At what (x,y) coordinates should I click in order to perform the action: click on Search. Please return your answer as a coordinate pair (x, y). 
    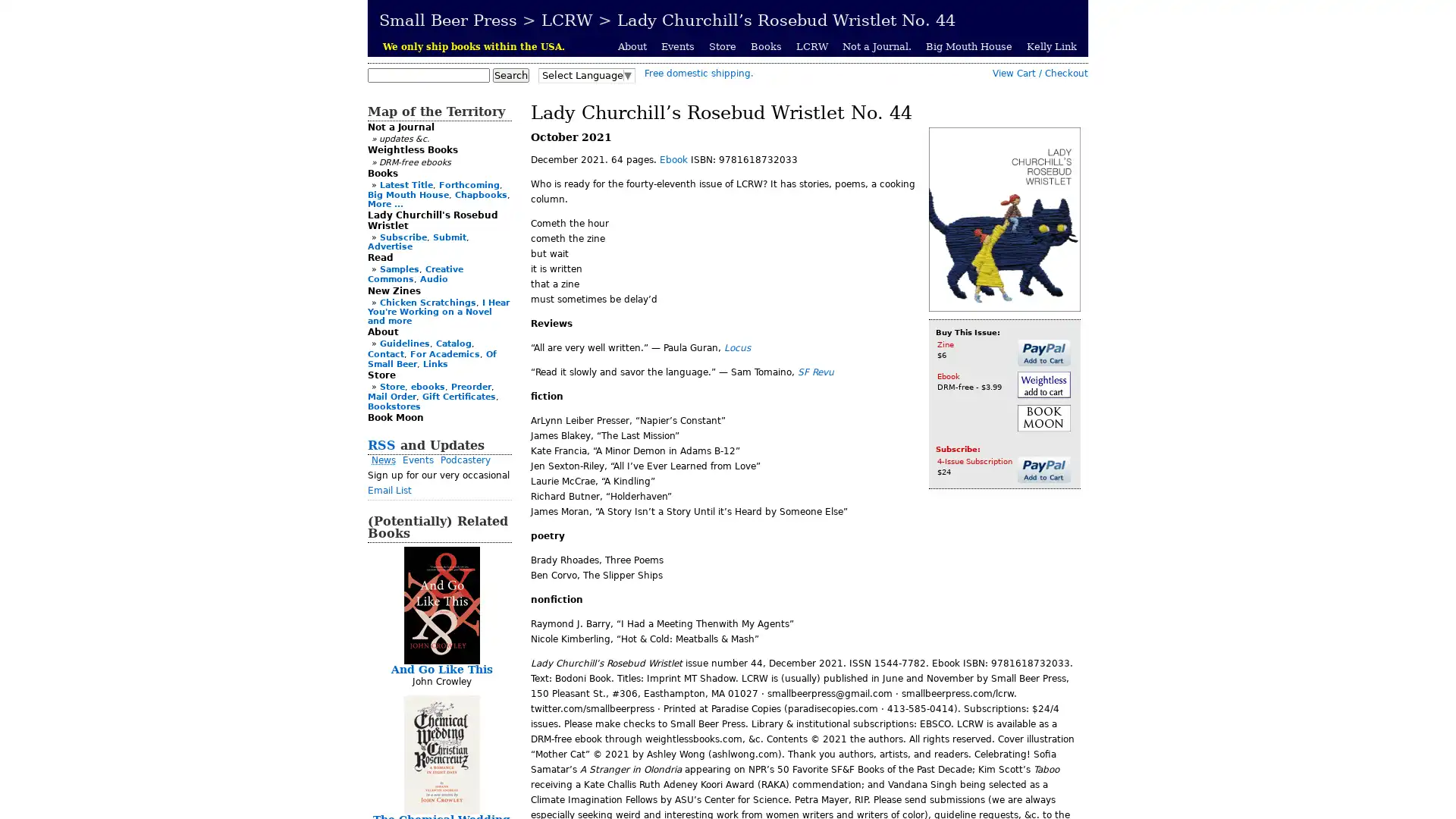
    Looking at the image, I should click on (510, 75).